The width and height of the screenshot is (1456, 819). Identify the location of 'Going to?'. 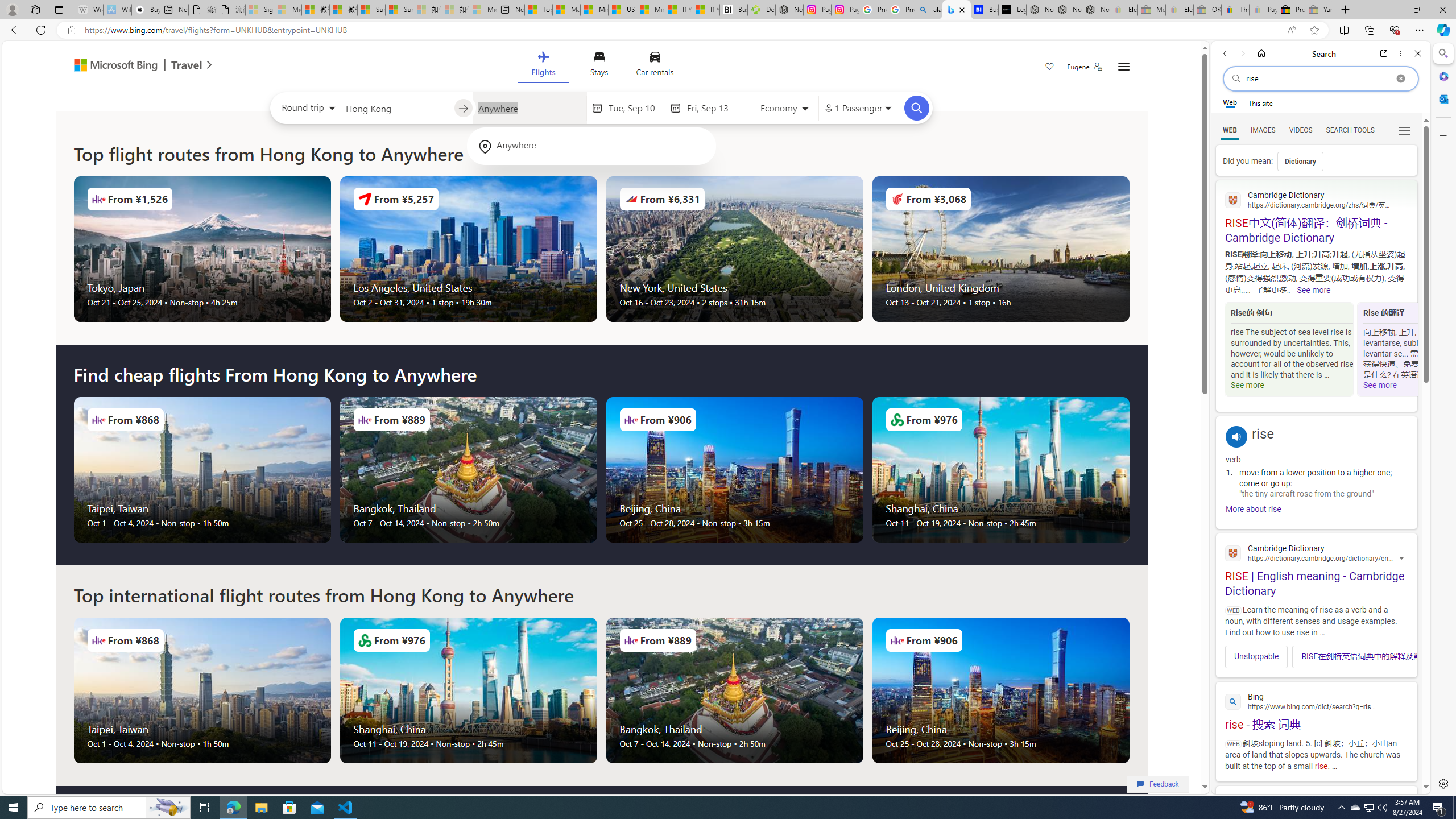
(528, 107).